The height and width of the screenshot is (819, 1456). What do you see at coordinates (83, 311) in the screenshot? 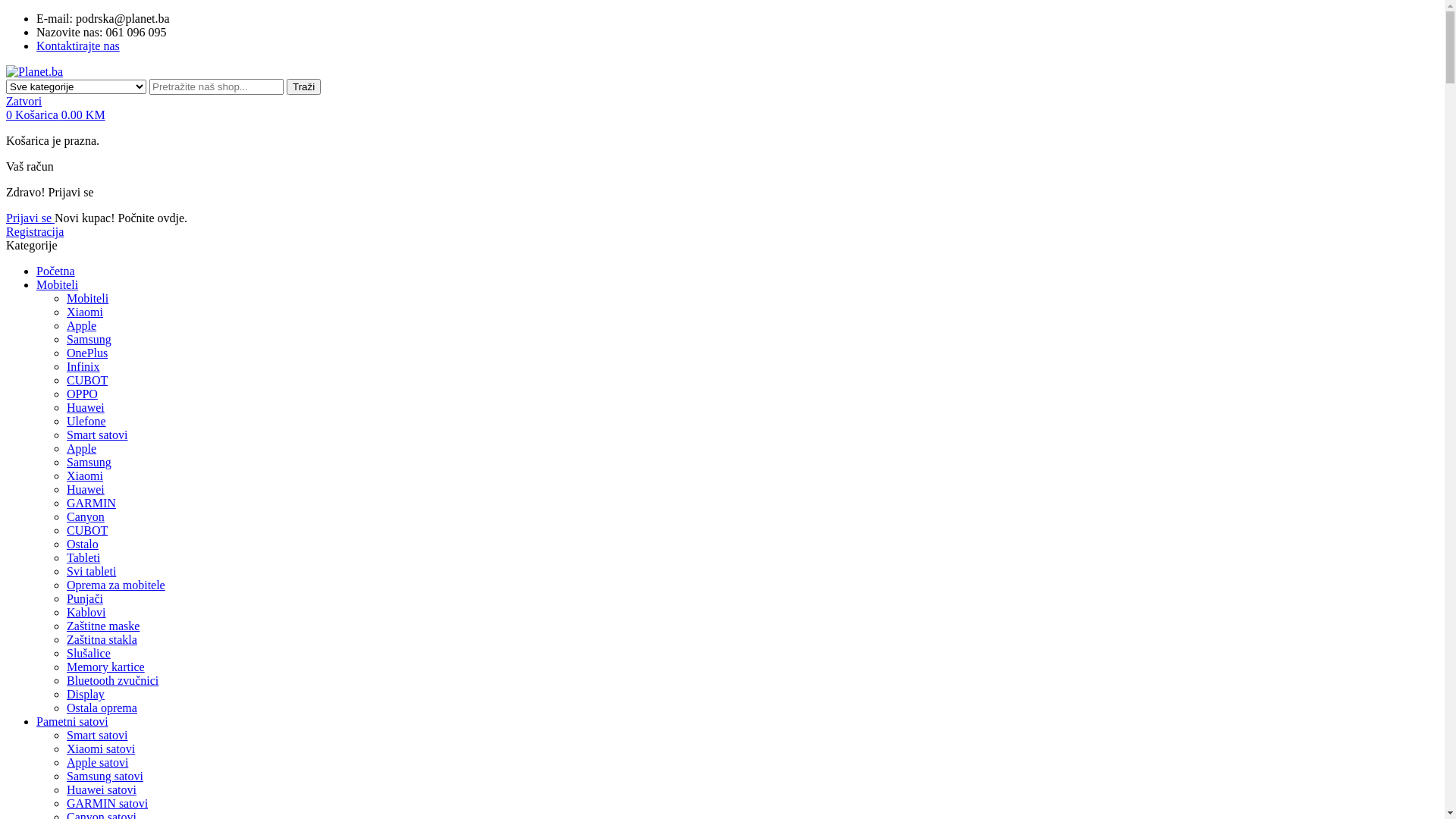
I see `'Xiaomi'` at bounding box center [83, 311].